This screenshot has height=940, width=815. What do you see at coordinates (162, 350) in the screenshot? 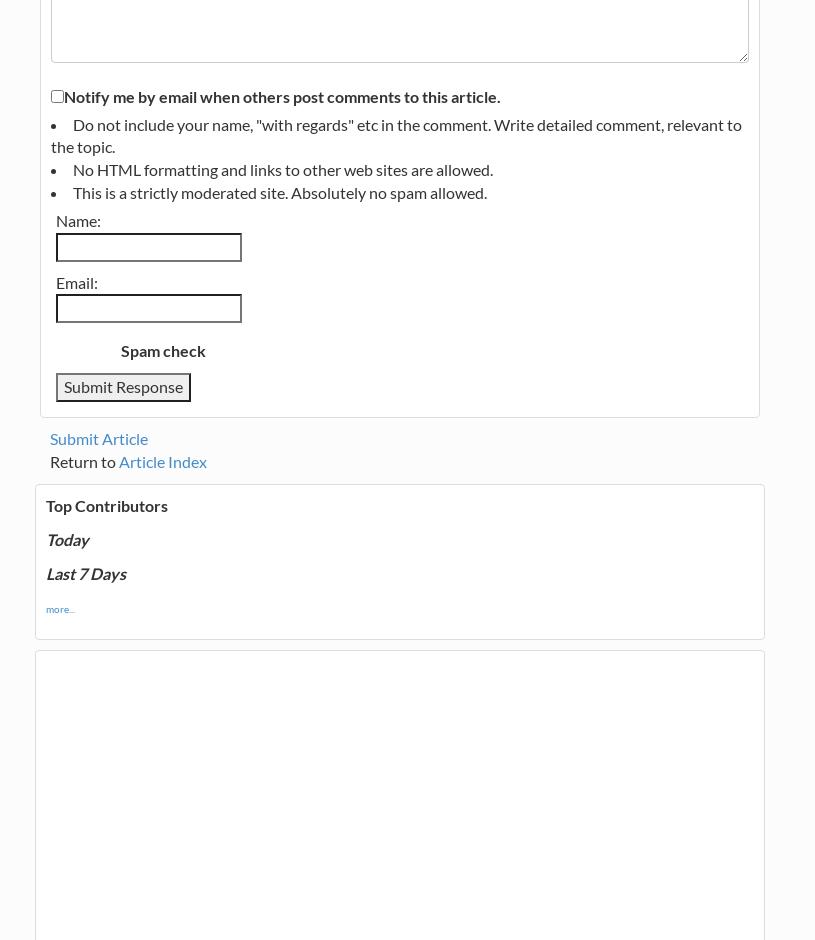
I see `'Spam check'` at bounding box center [162, 350].